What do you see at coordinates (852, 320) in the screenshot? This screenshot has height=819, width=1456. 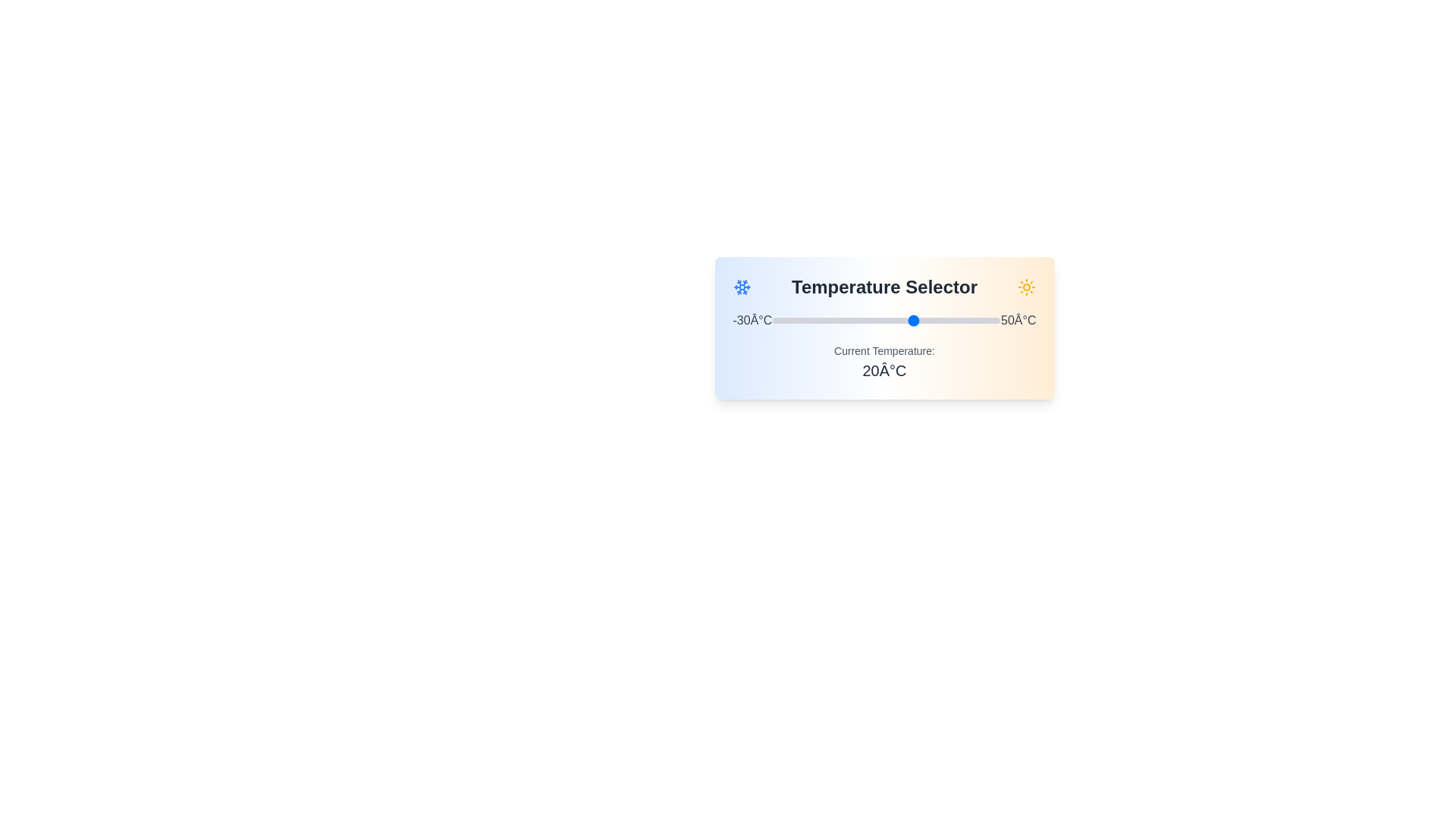 I see `the temperature slider` at bounding box center [852, 320].